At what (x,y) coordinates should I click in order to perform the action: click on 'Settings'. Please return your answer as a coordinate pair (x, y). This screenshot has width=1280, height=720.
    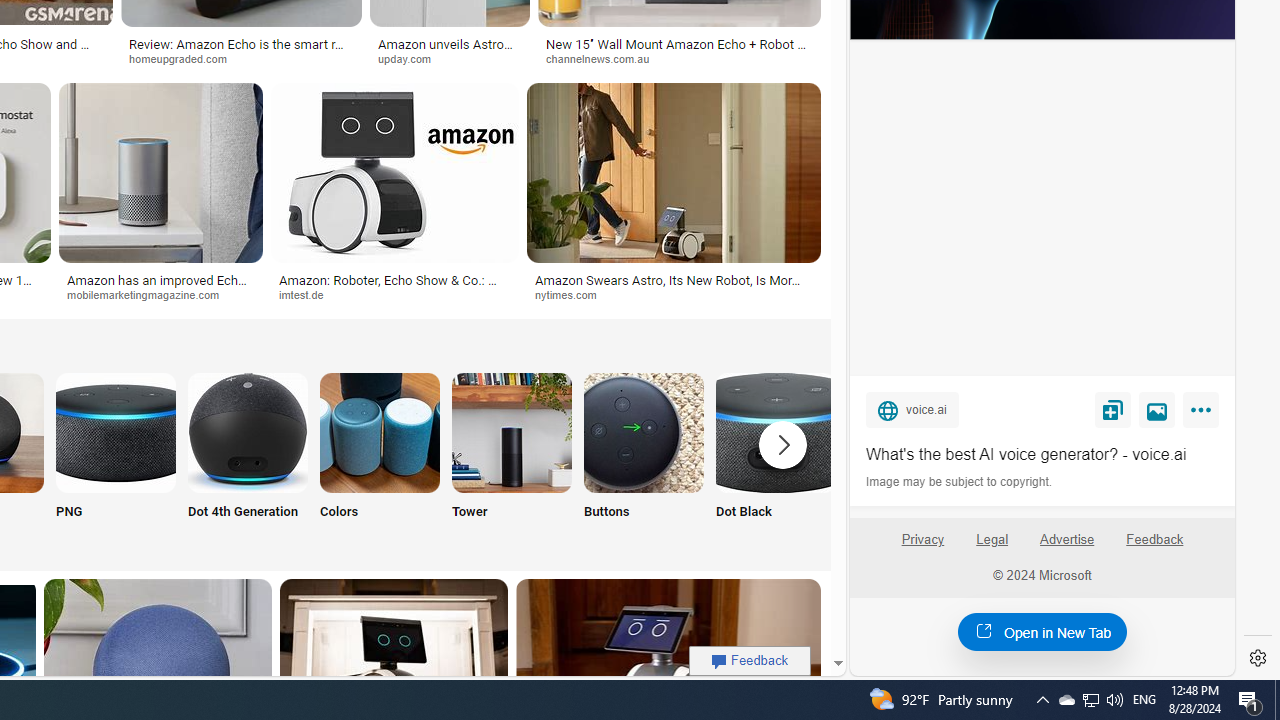
    Looking at the image, I should click on (1257, 658).